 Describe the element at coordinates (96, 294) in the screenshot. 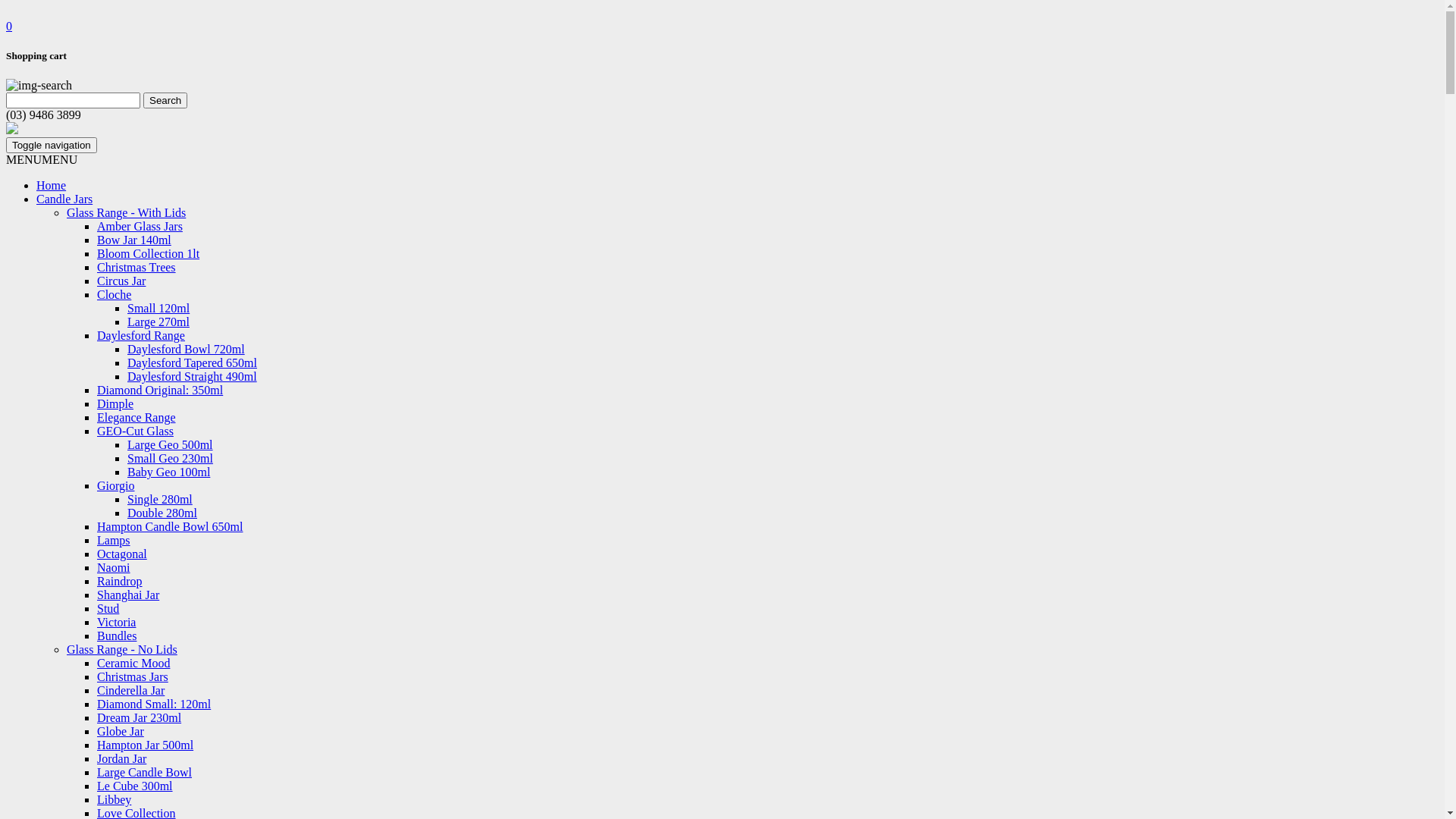

I see `'Cloche'` at that location.